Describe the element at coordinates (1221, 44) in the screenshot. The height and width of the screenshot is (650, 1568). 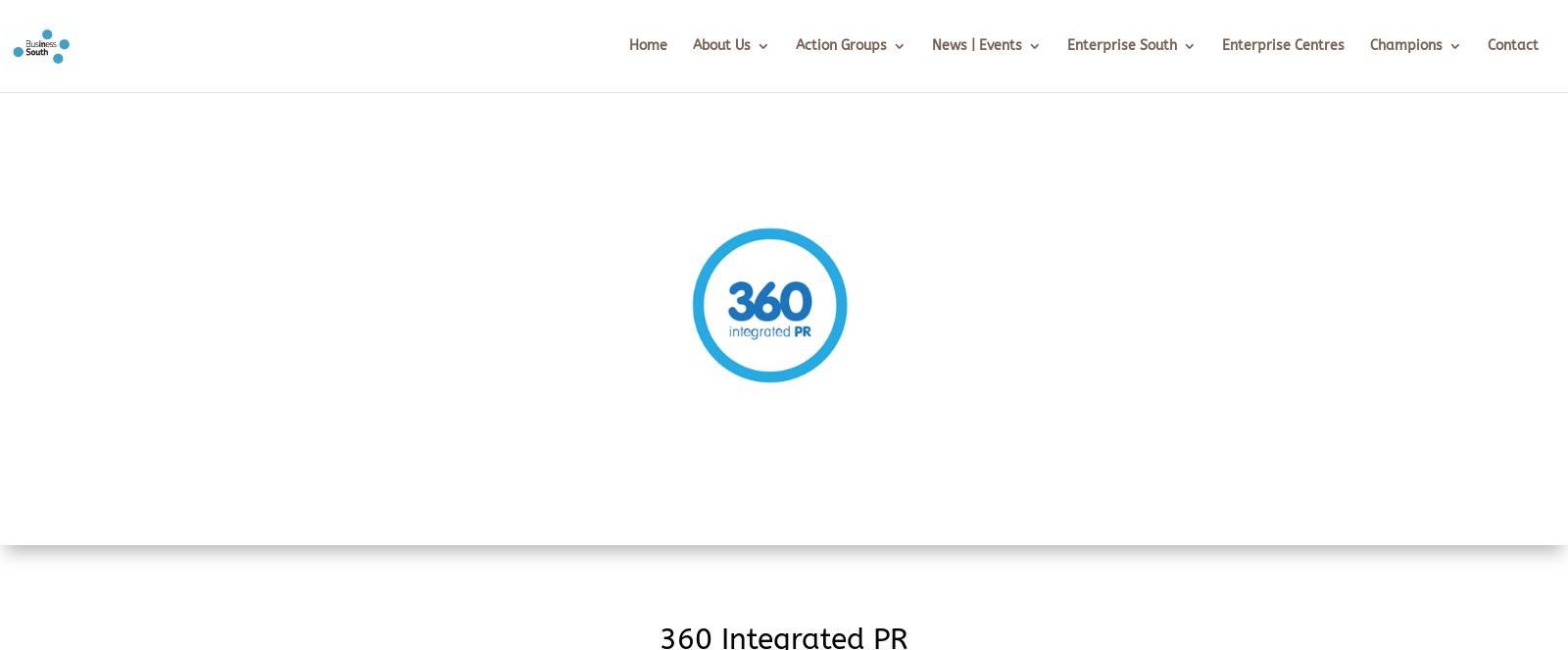
I see `'Enterprise Centres'` at that location.